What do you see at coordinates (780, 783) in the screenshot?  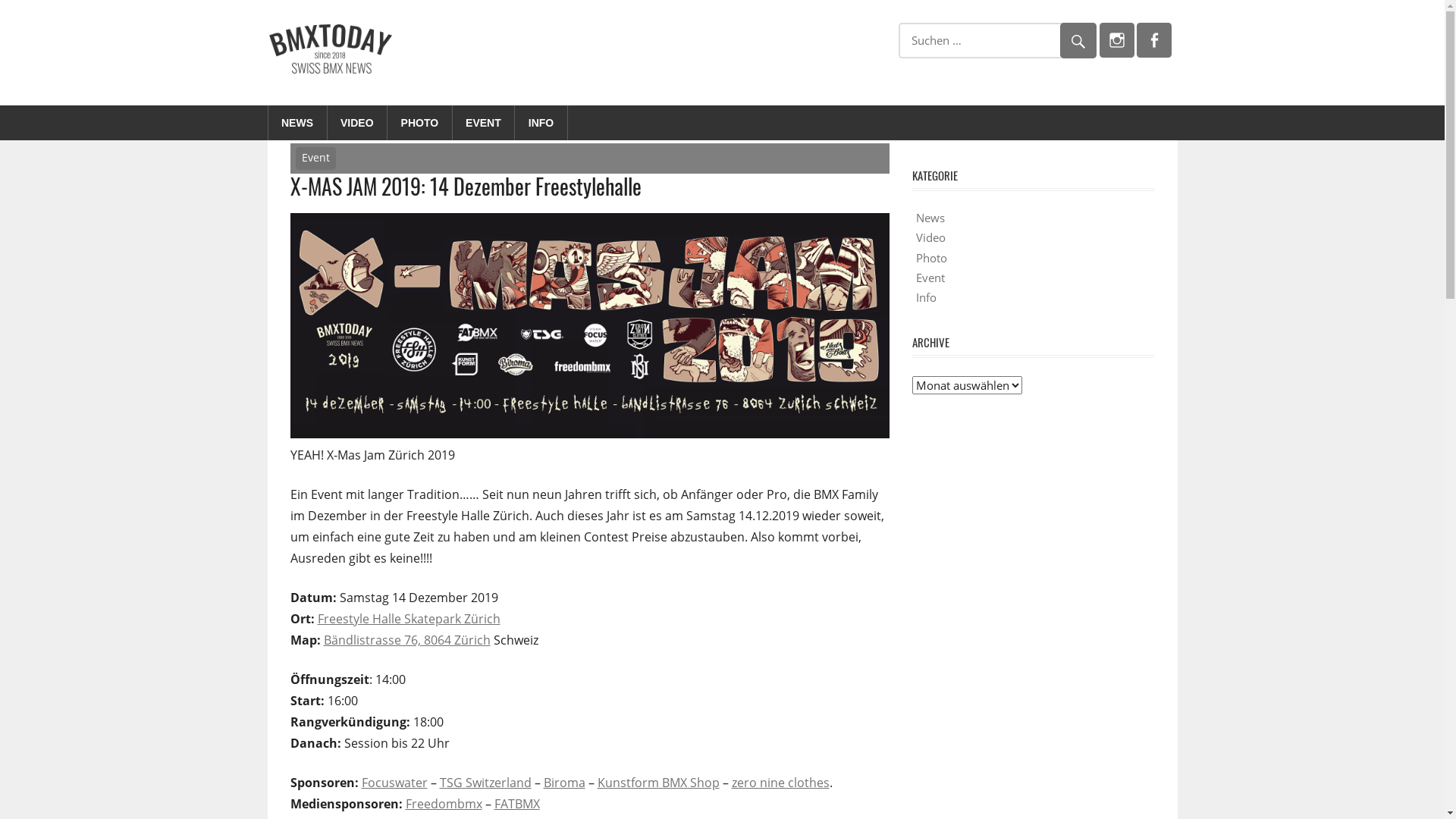 I see `'zero nine clothes'` at bounding box center [780, 783].